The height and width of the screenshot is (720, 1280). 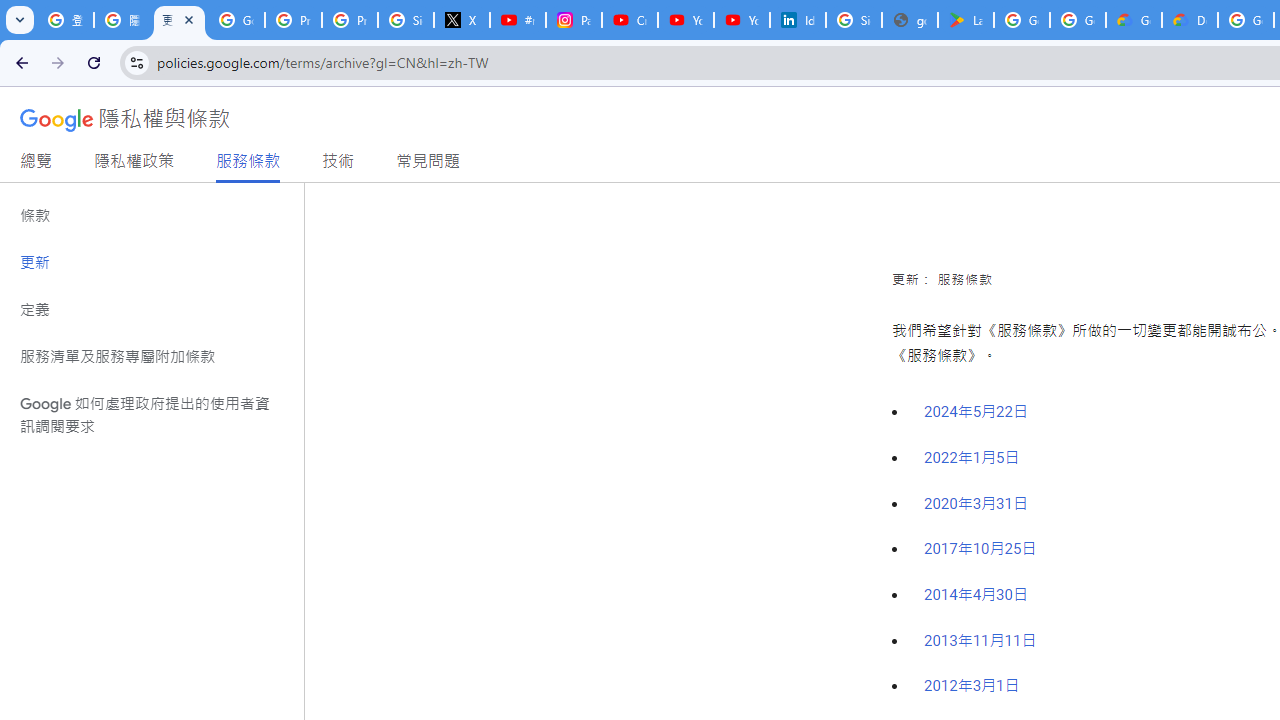 I want to click on 'X', so click(x=461, y=20).